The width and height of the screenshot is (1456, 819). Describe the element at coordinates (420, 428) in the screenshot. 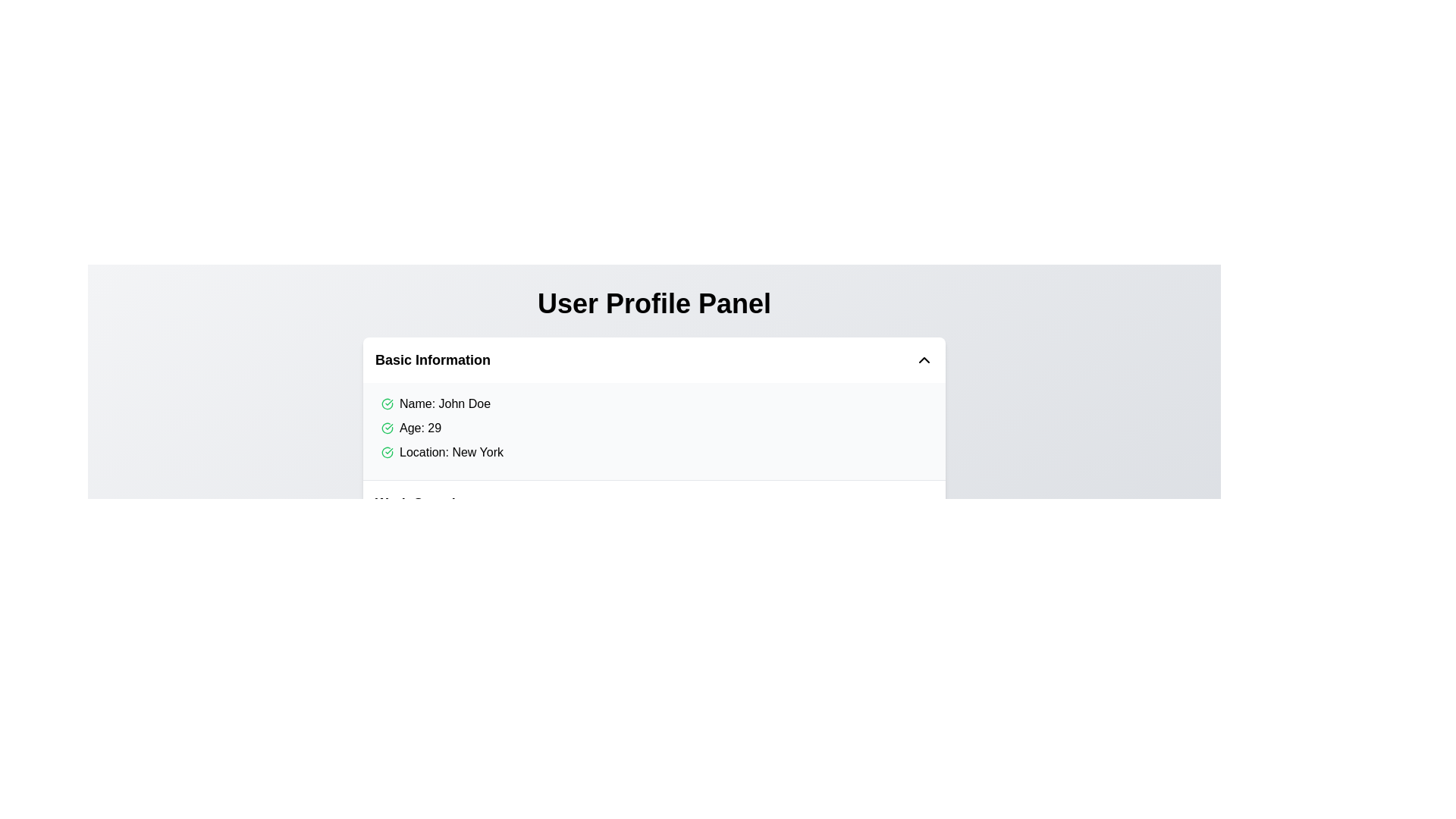

I see `user's age displayed in the static text label located in the profile panel under 'Basic Information', following the entry 'Name: John Doe'` at that location.